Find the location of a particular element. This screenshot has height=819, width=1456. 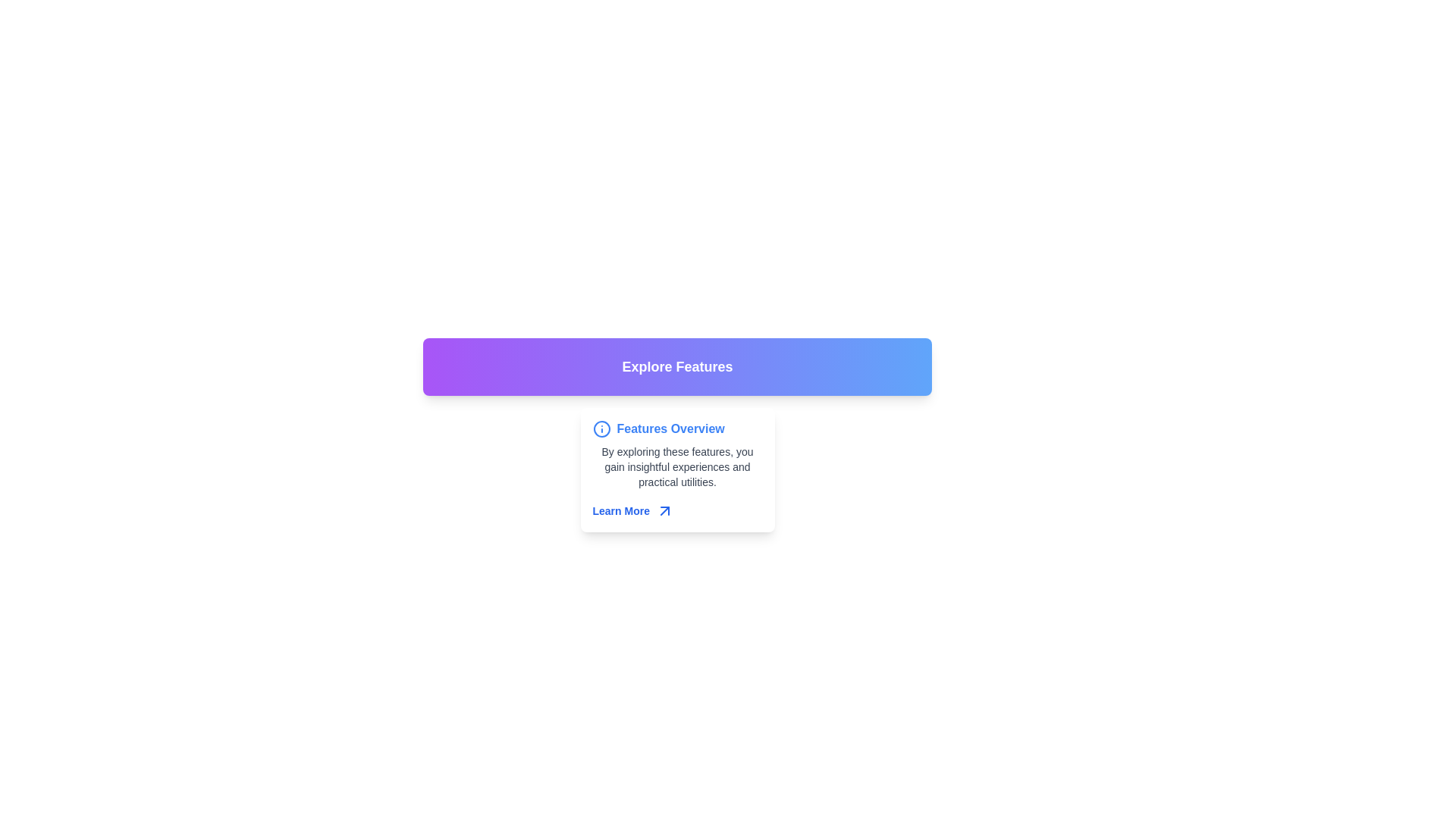

the small arrow icon pointing diagonally upwards and to the right, which is part of the 'Learn More' link at the bottom left of the card element is located at coordinates (665, 511).